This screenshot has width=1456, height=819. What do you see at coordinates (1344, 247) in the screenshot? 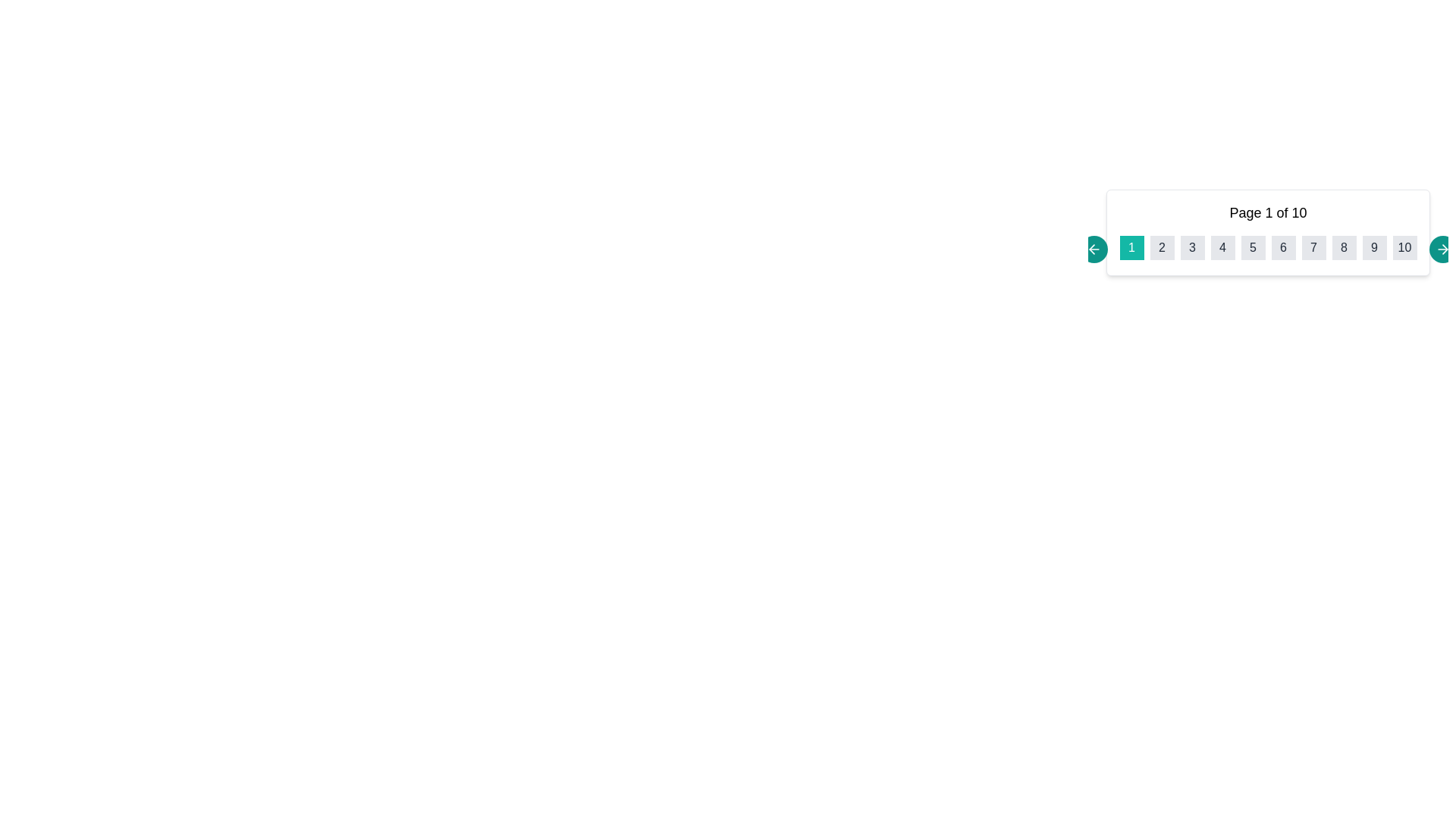
I see `the small square button with a light gray background and the number '8' in dark gray text` at bounding box center [1344, 247].